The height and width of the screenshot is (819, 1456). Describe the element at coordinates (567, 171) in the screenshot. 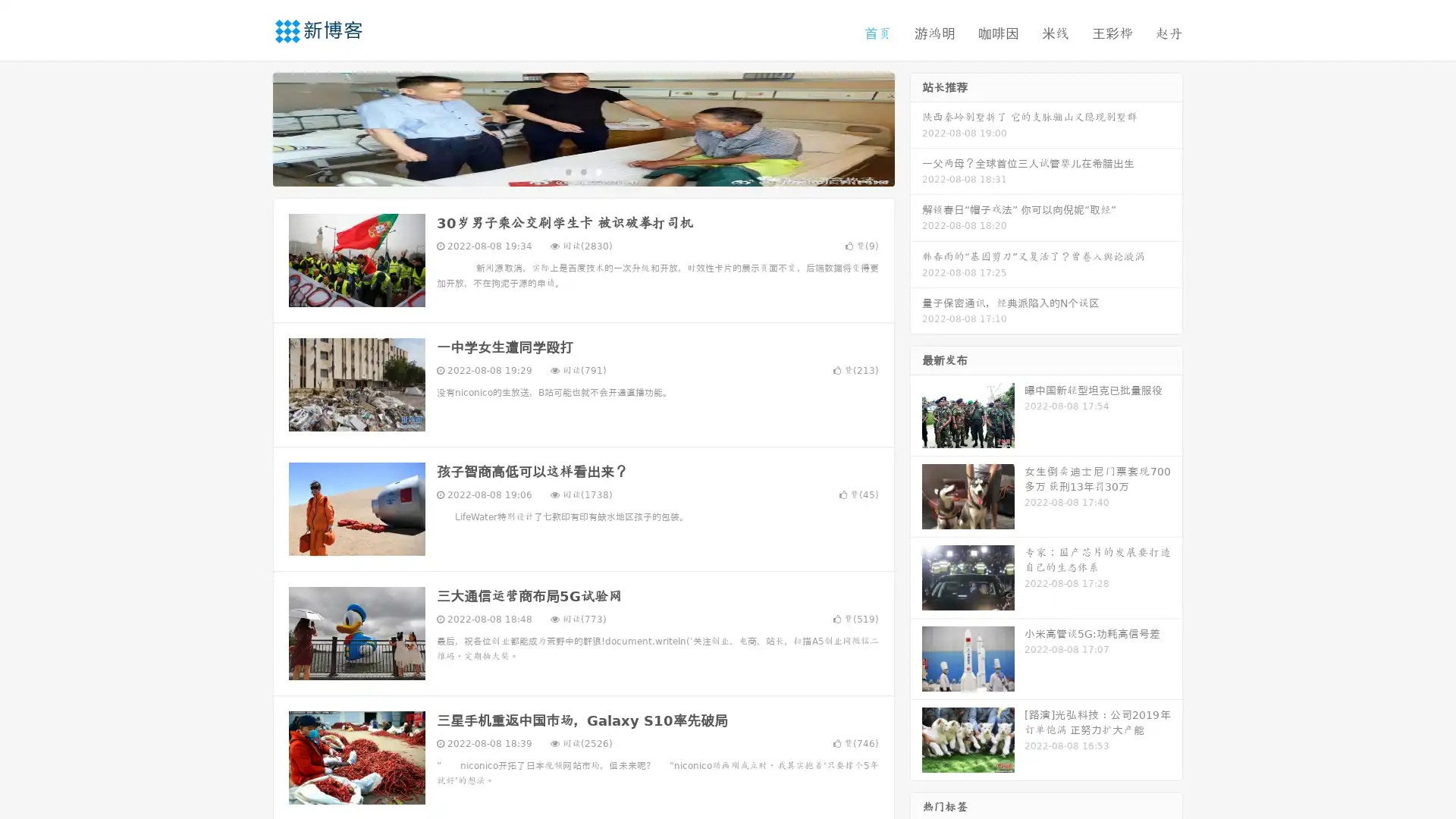

I see `Go to slide 1` at that location.